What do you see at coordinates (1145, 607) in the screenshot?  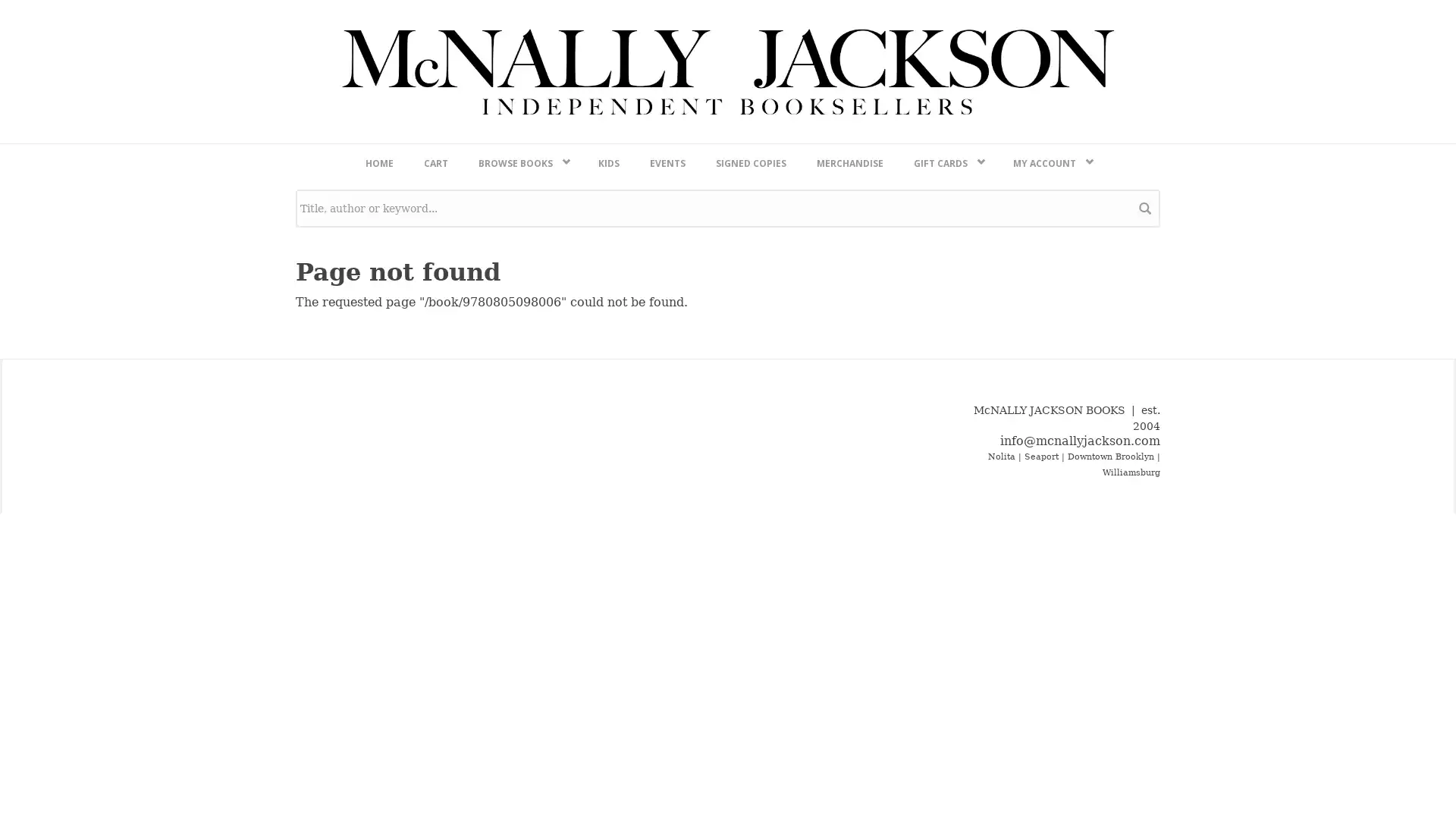 I see `search` at bounding box center [1145, 607].